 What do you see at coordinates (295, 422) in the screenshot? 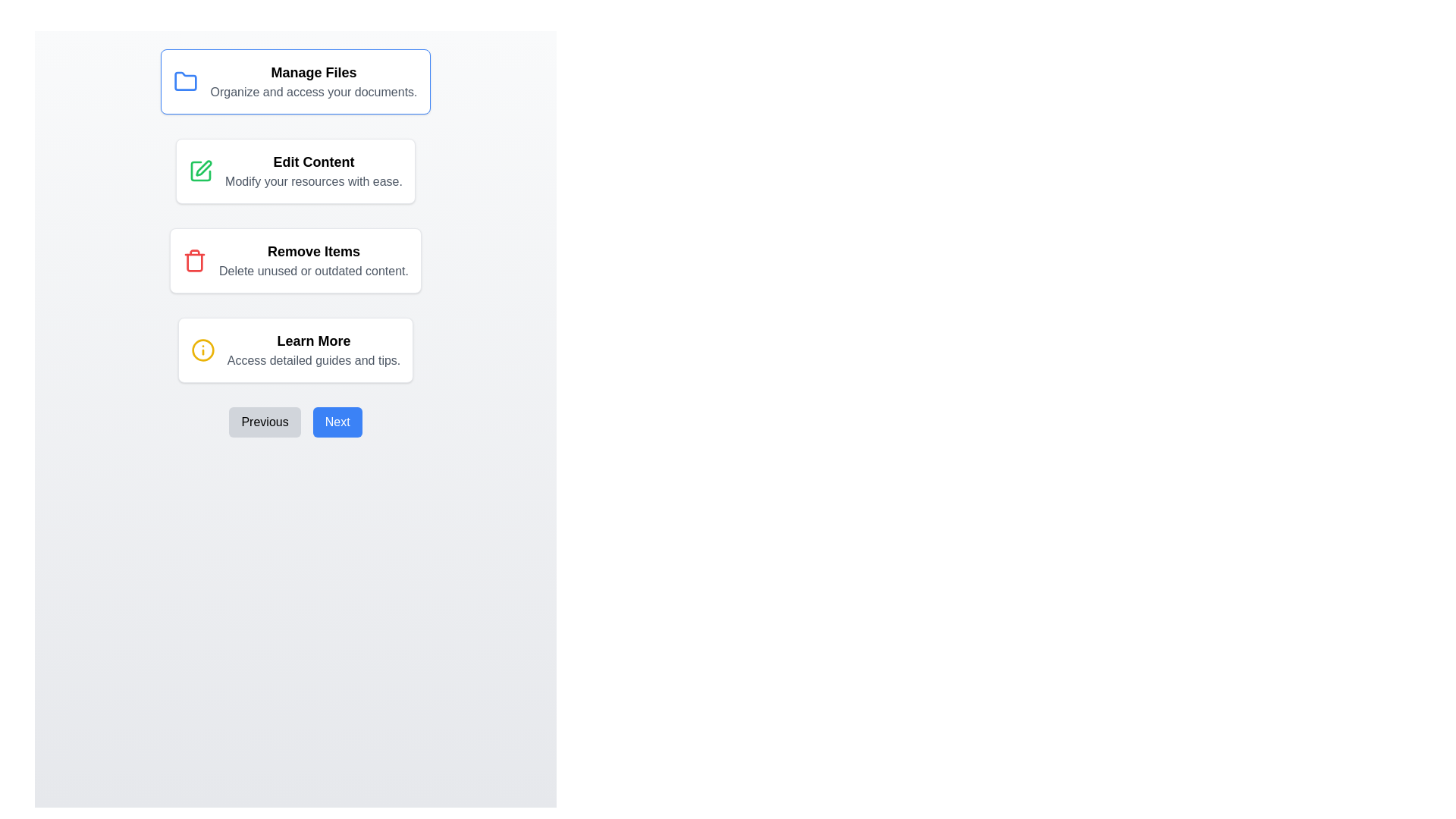
I see `the Button Group located at the bottom center of the layout to trigger state changes` at bounding box center [295, 422].